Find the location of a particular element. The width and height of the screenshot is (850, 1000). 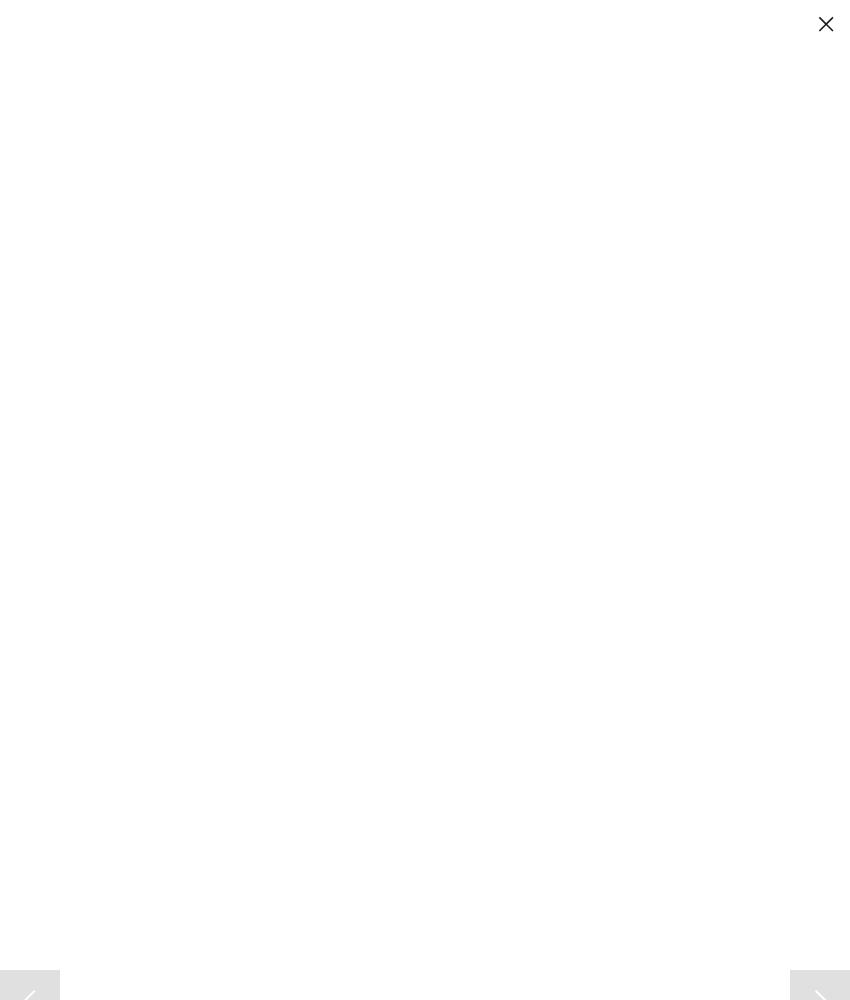

'Photo Store' is located at coordinates (83, 100).